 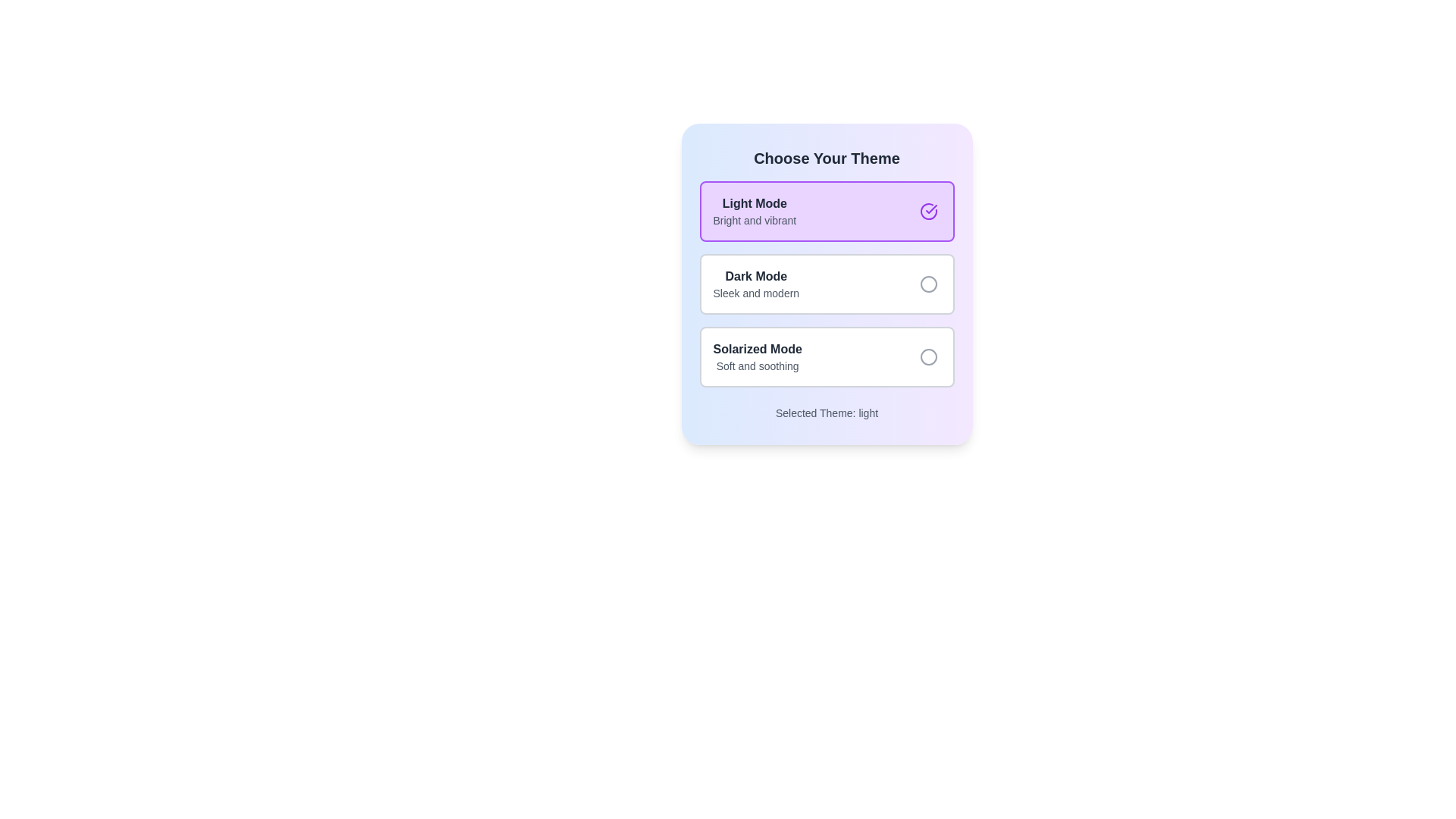 I want to click on the radio button for the 'Dark Mode' option located within the 'Choose Your Theme' group, so click(x=927, y=284).